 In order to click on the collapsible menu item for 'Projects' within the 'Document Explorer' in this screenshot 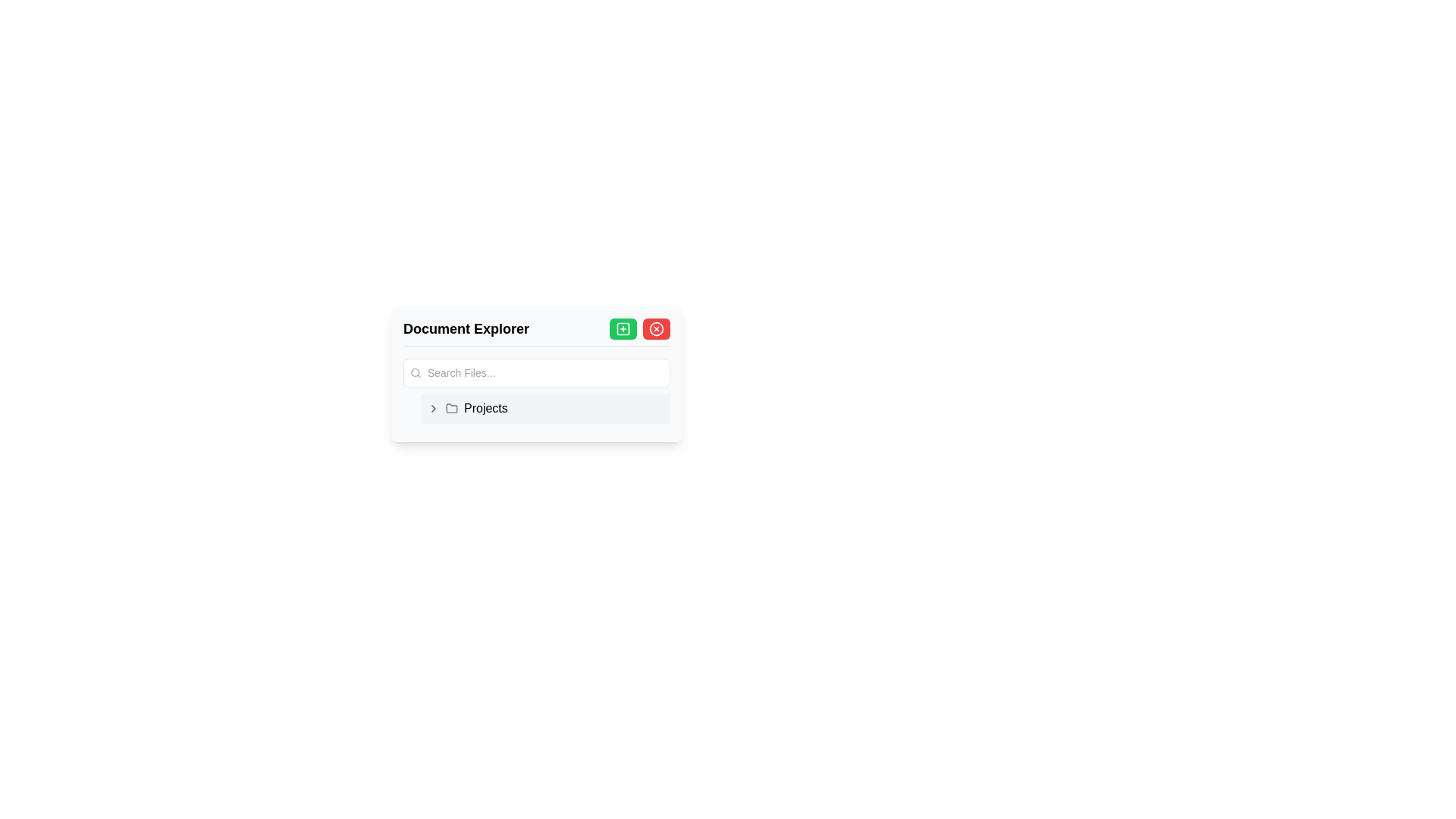, I will do `click(537, 408)`.